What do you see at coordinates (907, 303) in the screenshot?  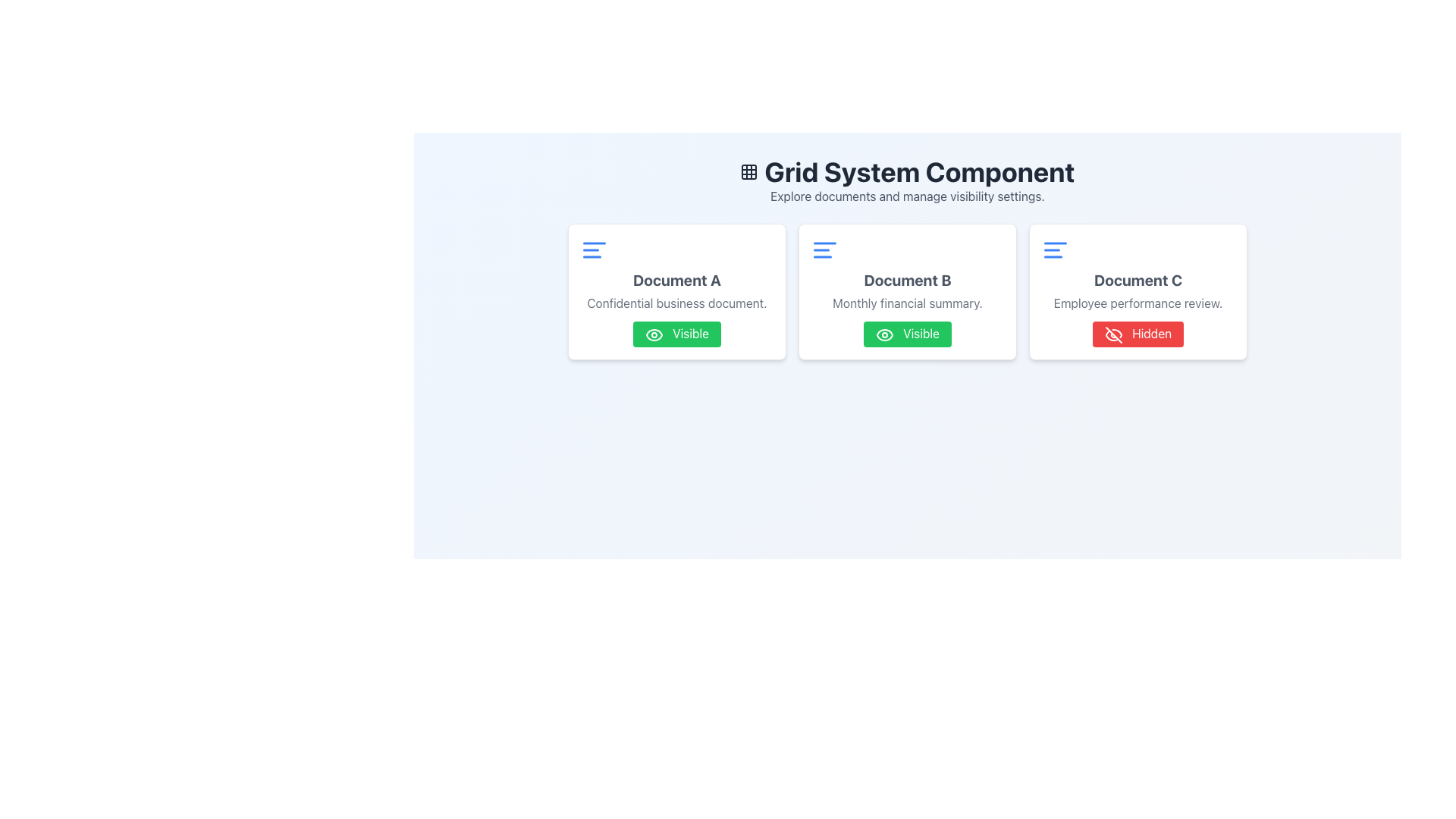 I see `the gray text label reading 'Monthly financial summary' located under 'Document B' and above the green 'Visible' button within the white card` at bounding box center [907, 303].